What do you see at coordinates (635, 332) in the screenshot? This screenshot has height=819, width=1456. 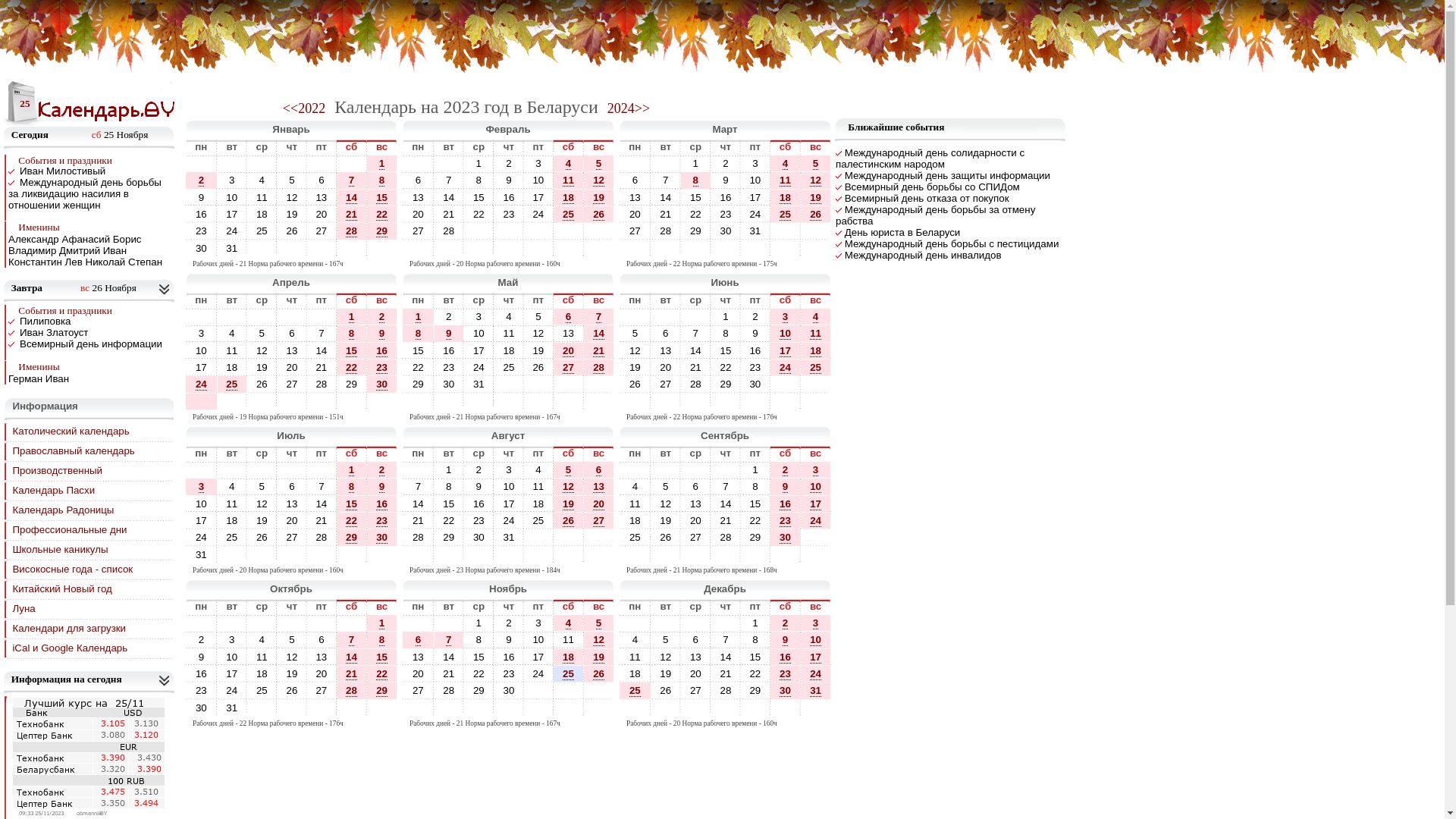 I see `'5'` at bounding box center [635, 332].